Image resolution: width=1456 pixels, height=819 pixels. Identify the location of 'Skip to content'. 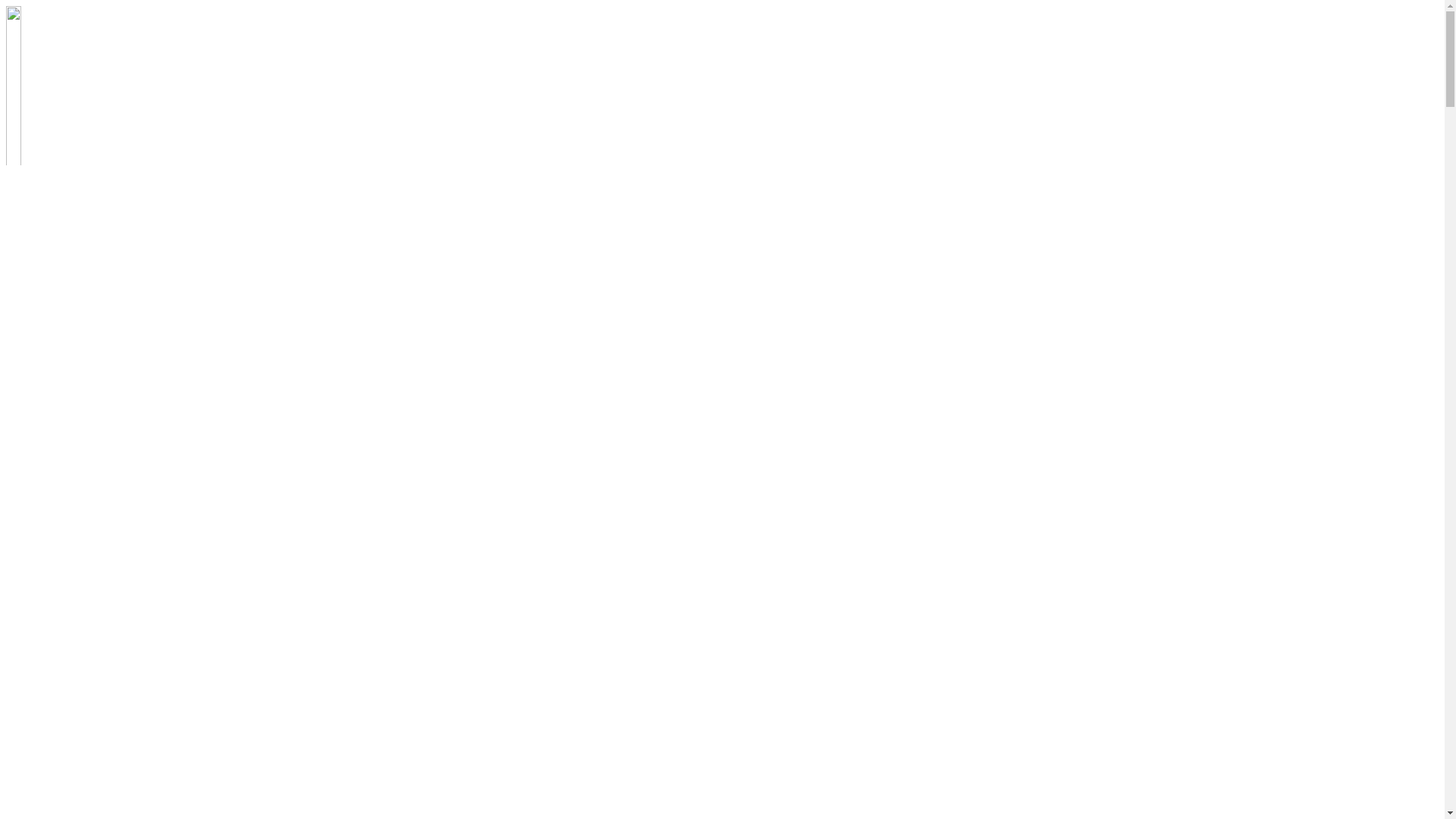
(5, 5).